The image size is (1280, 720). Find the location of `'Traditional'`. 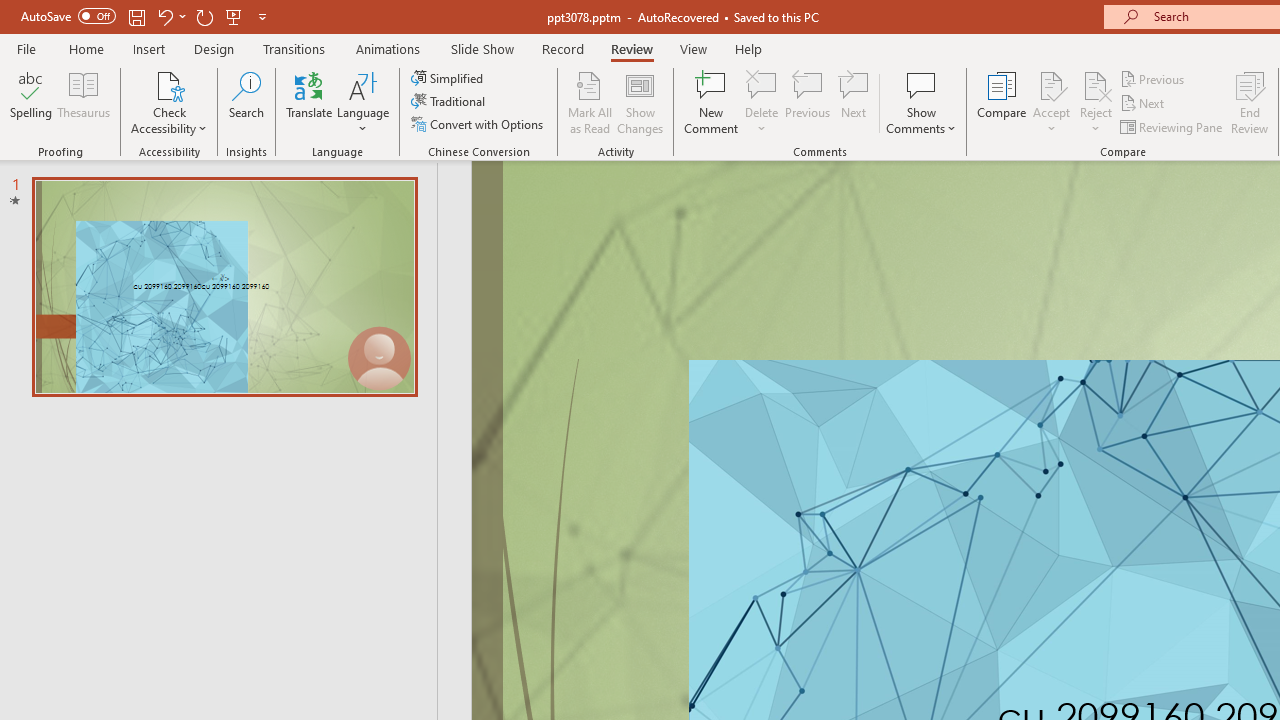

'Traditional' is located at coordinates (448, 101).